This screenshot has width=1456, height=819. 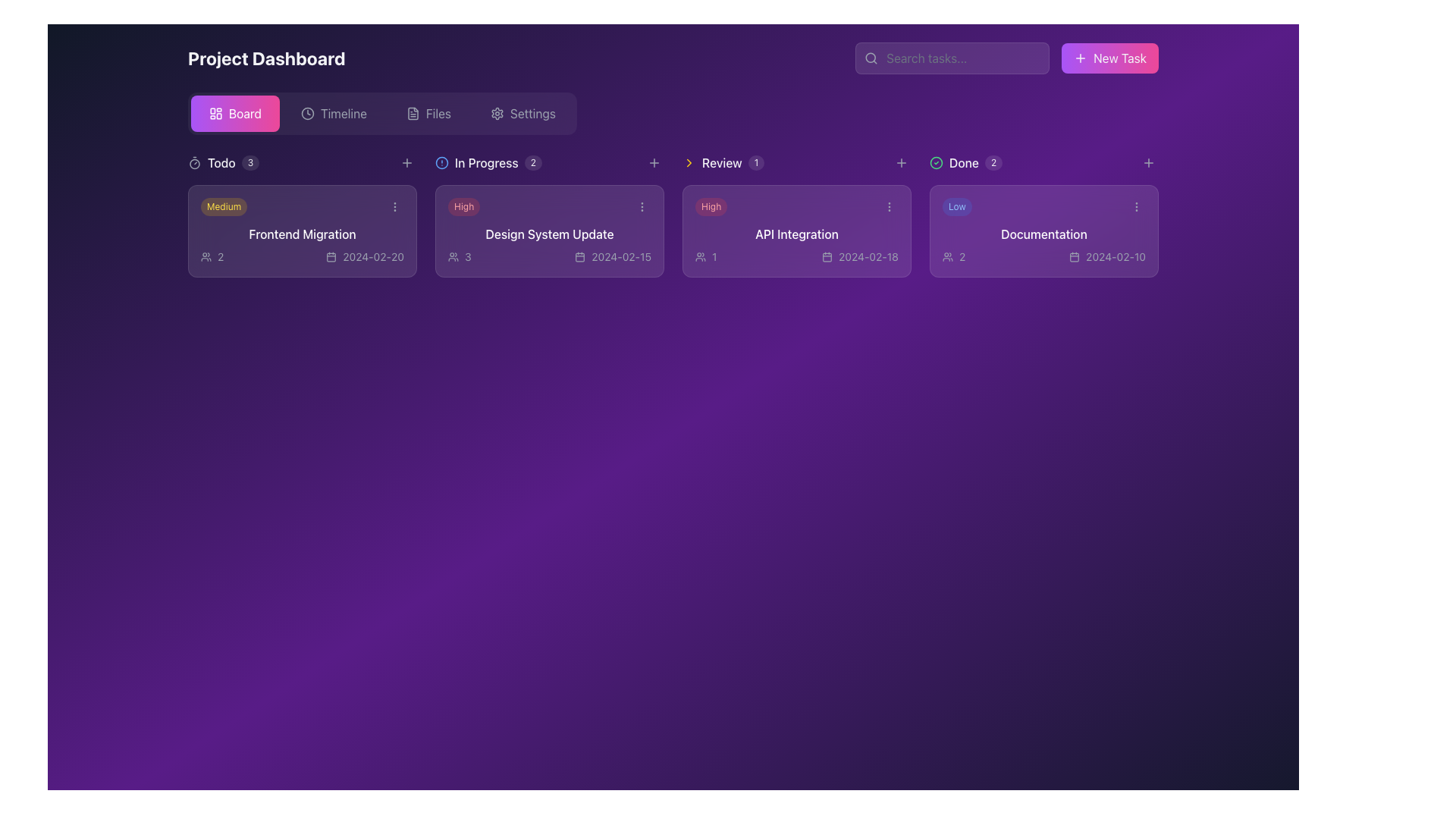 What do you see at coordinates (621, 256) in the screenshot?
I see `the text label displaying the due date for the task in the bottom-right corner of the 'Design System Update' card, which is adjacent to a calendar icon` at bounding box center [621, 256].